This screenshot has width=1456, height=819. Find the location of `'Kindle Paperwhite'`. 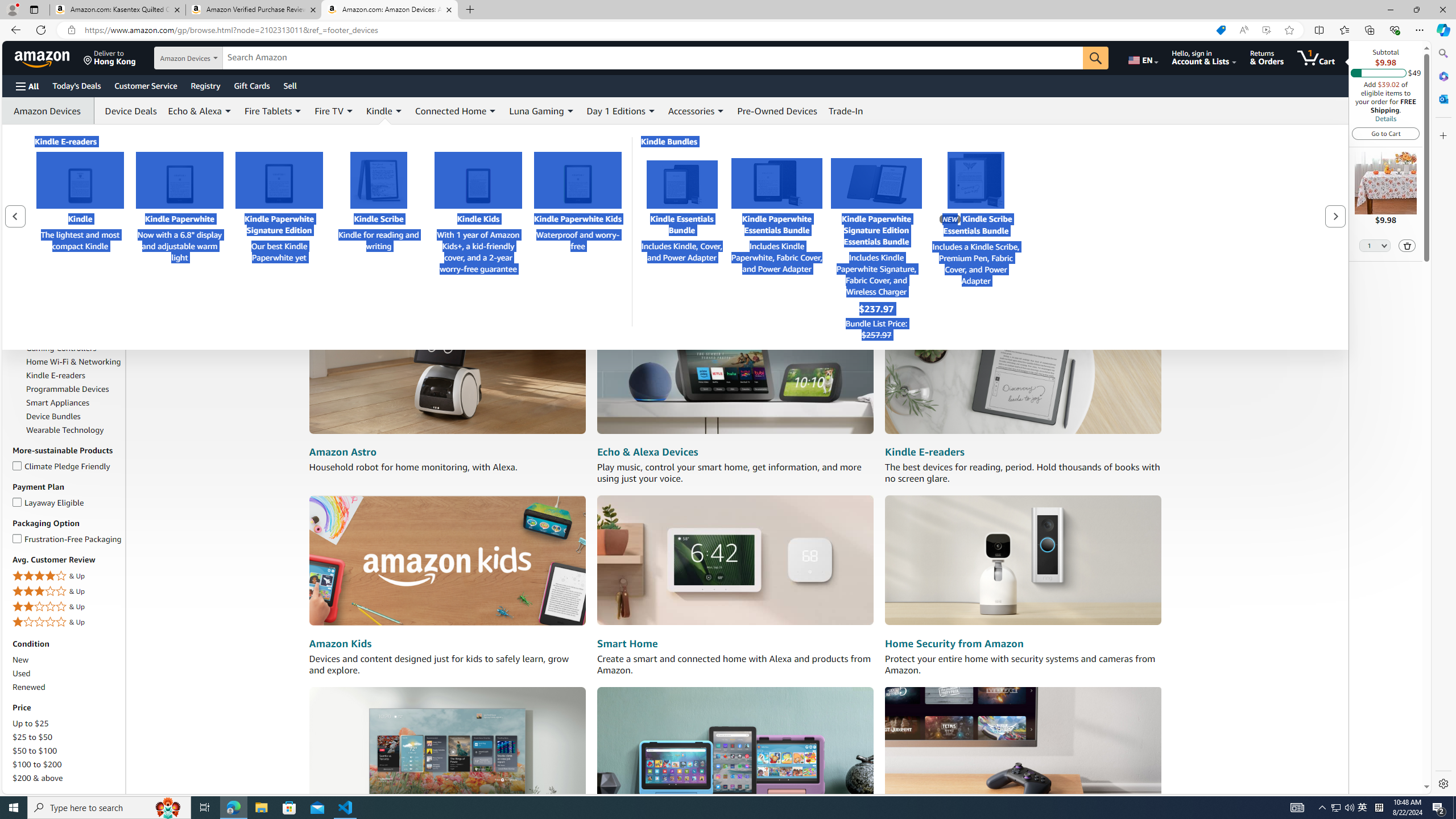

'Kindle Paperwhite' is located at coordinates (179, 179).